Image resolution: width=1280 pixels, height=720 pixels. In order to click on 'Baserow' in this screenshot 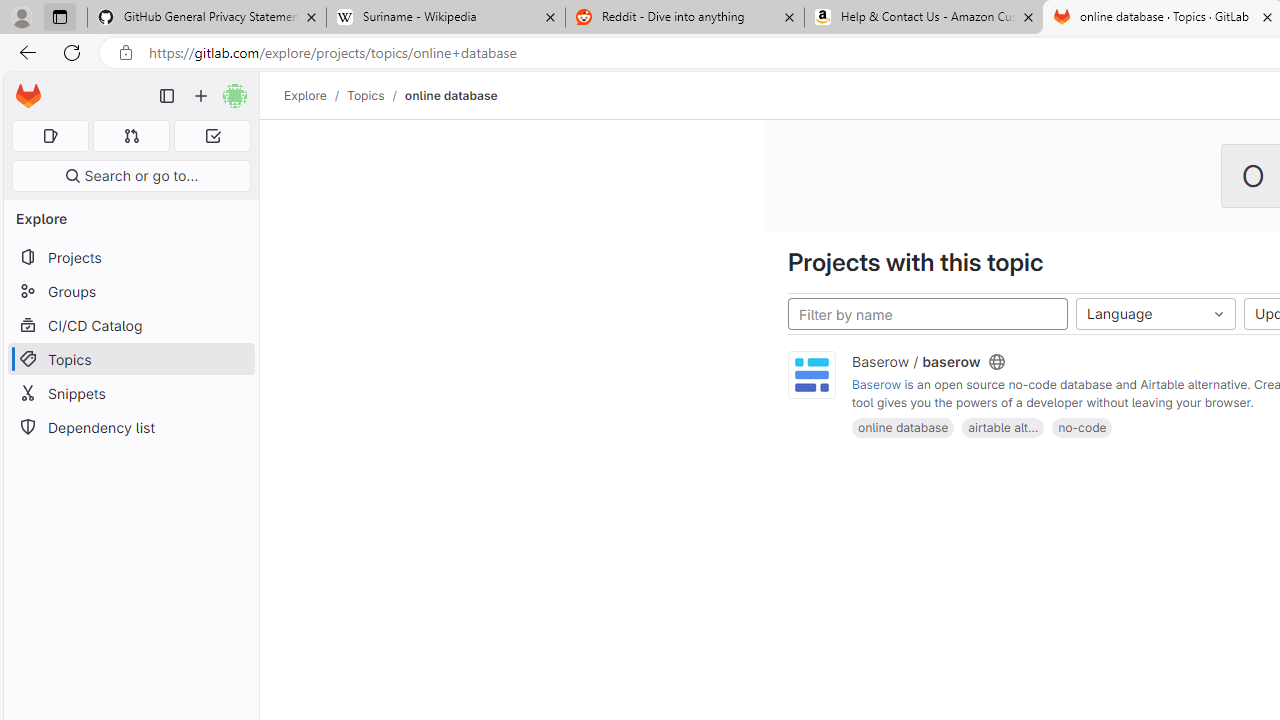, I will do `click(877, 385)`.